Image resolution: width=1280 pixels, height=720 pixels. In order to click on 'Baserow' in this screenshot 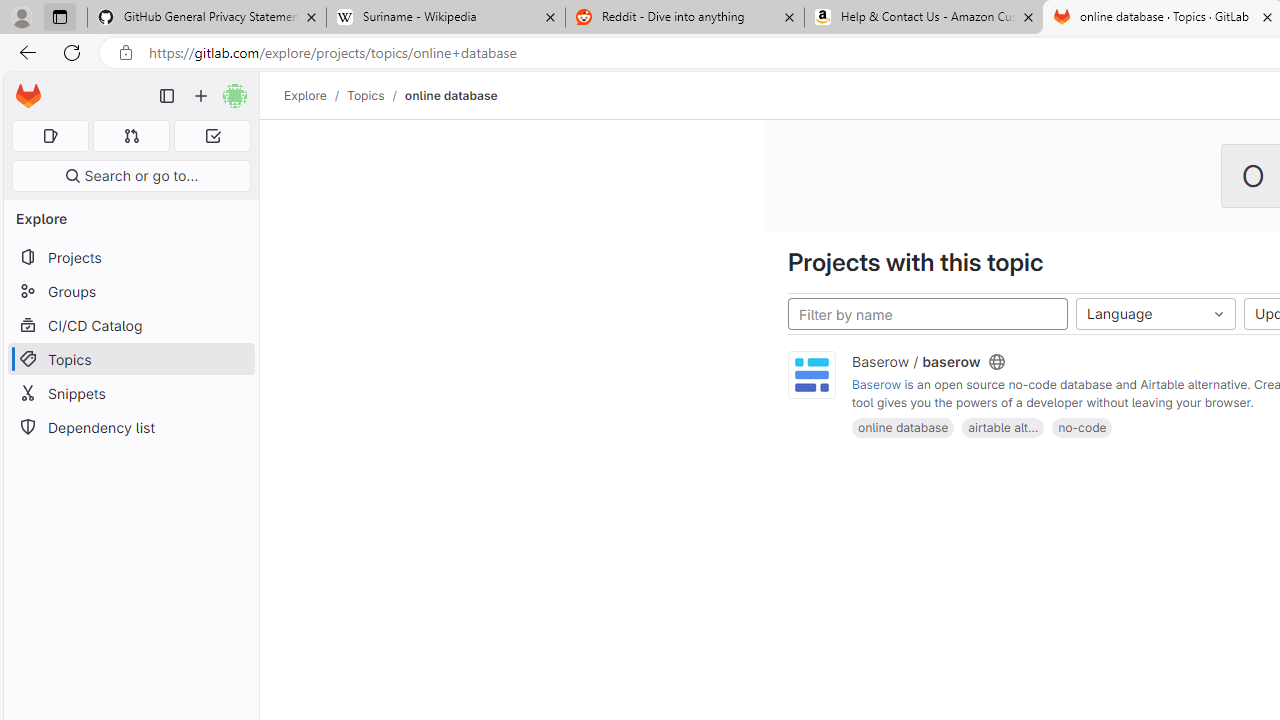, I will do `click(877, 385)`.